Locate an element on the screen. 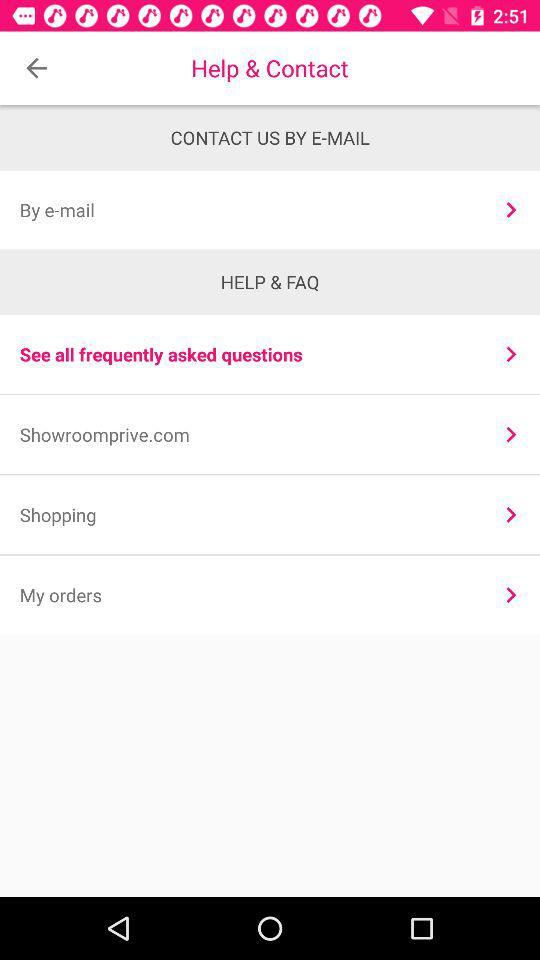 Image resolution: width=540 pixels, height=960 pixels. item next to the shopping is located at coordinates (511, 513).